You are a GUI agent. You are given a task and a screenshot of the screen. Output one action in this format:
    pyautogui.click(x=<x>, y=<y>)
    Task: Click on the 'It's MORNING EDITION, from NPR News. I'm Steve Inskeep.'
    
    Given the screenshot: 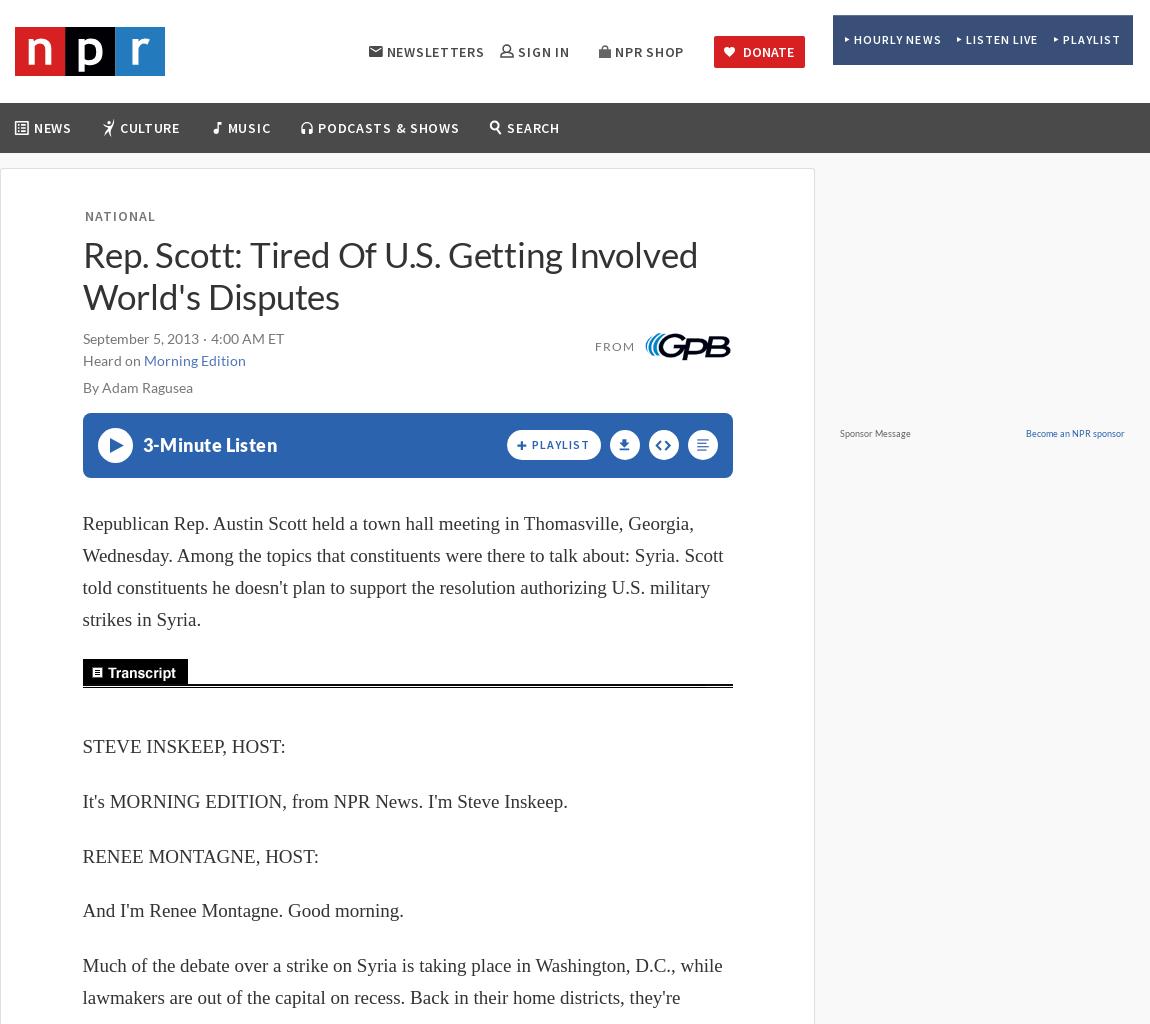 What is the action you would take?
    pyautogui.click(x=324, y=801)
    